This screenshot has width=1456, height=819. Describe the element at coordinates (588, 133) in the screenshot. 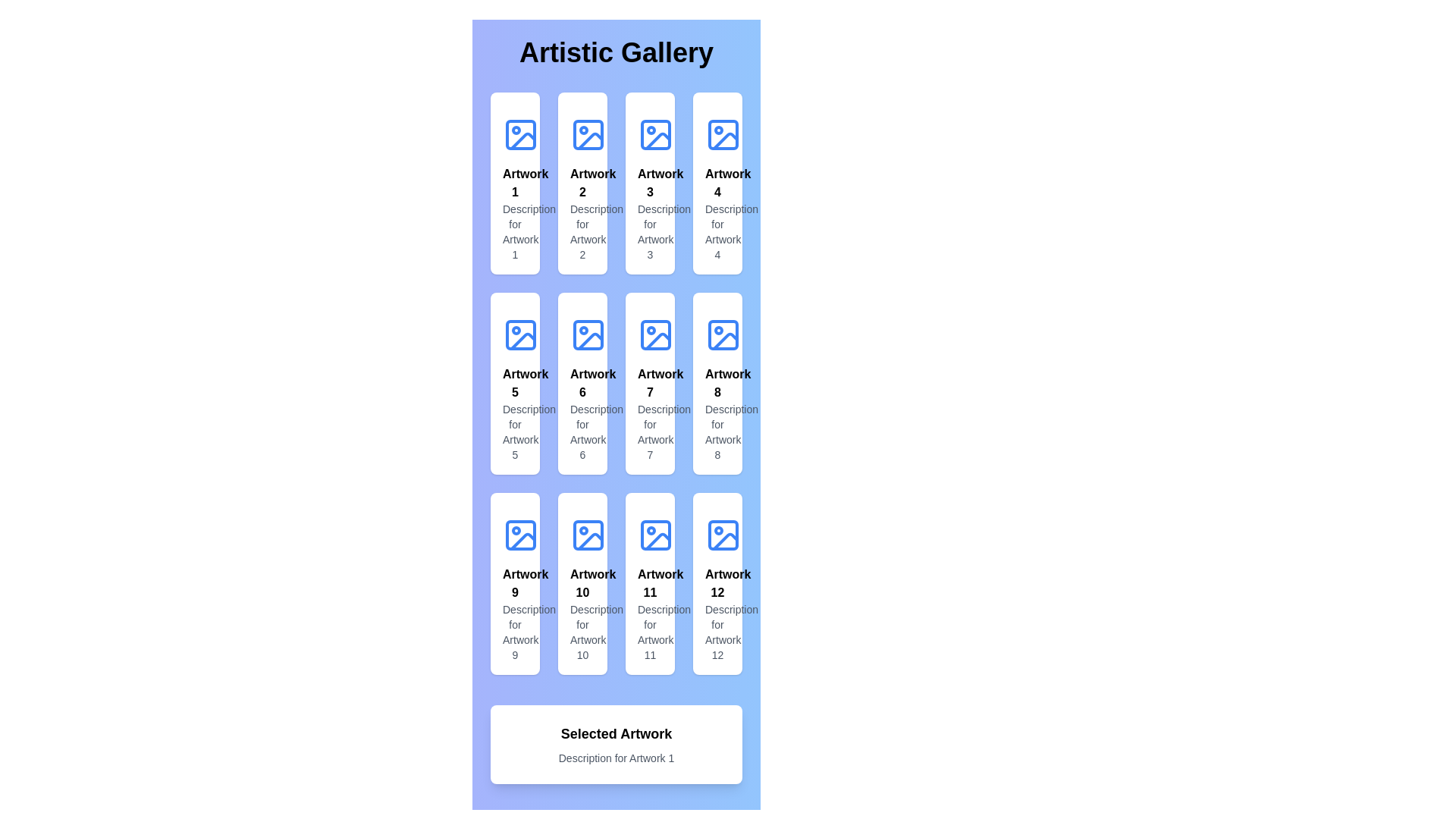

I see `the Icon graphic element located in the second artwork section, which features an image placeholder graphic under 'Artwork 2'` at that location.